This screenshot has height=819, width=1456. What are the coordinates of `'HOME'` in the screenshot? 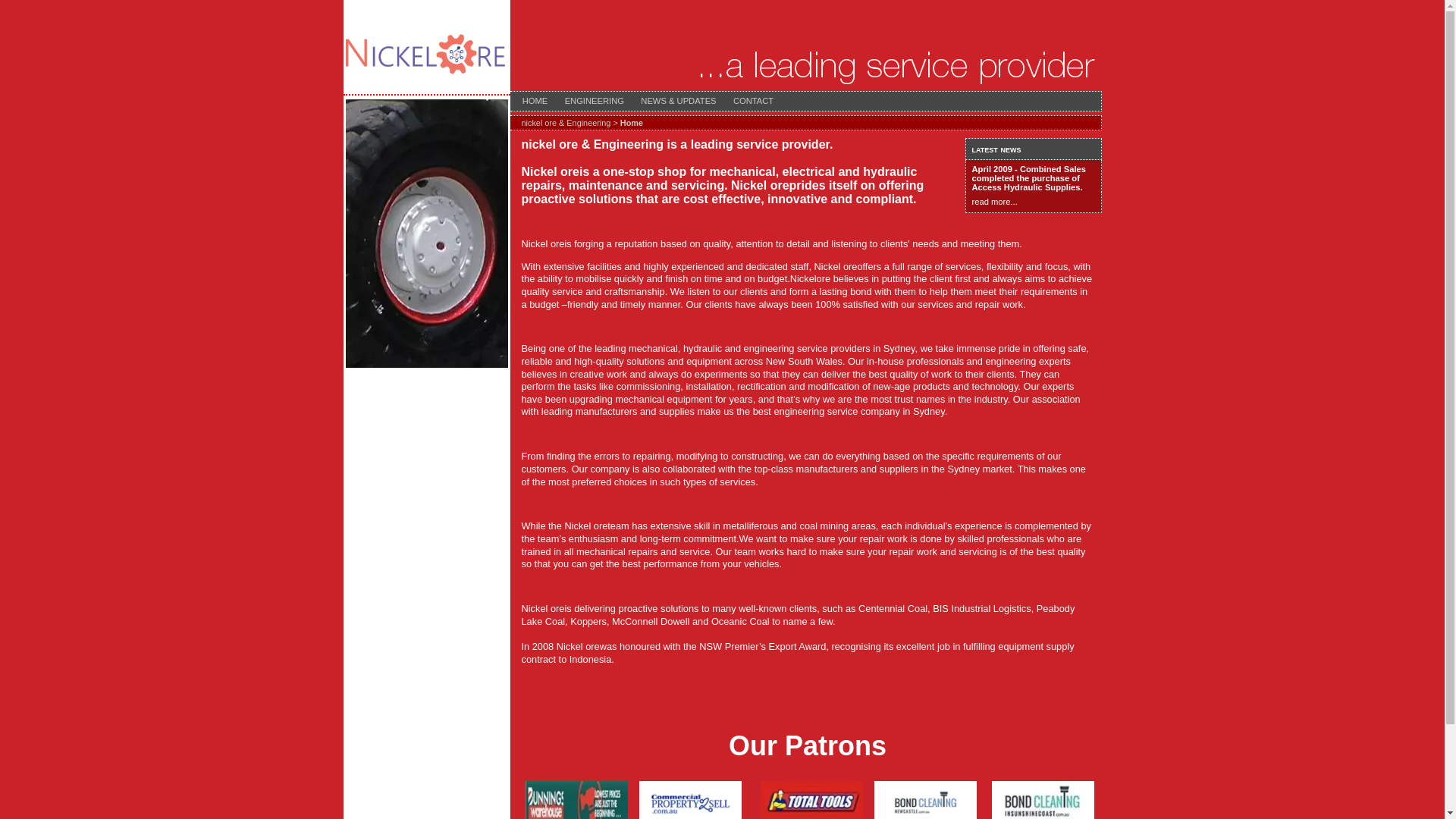 It's located at (535, 100).